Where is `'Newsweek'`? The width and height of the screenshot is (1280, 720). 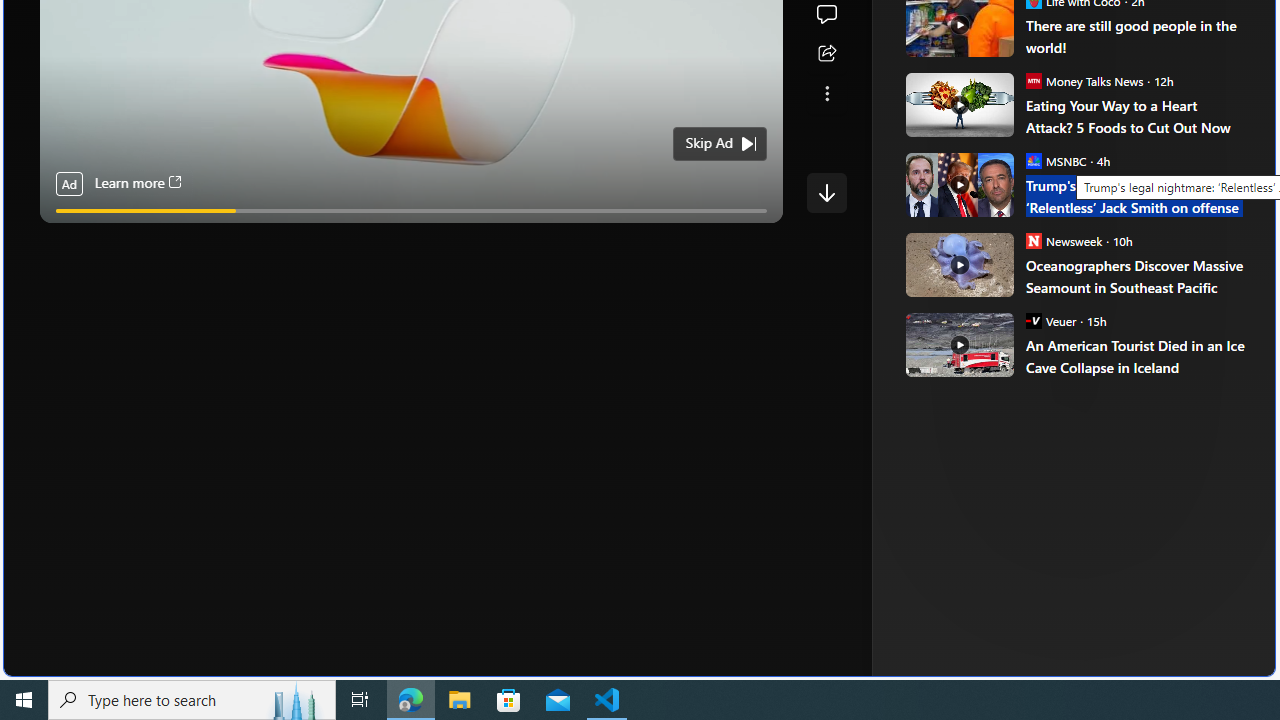
'Newsweek' is located at coordinates (1033, 239).